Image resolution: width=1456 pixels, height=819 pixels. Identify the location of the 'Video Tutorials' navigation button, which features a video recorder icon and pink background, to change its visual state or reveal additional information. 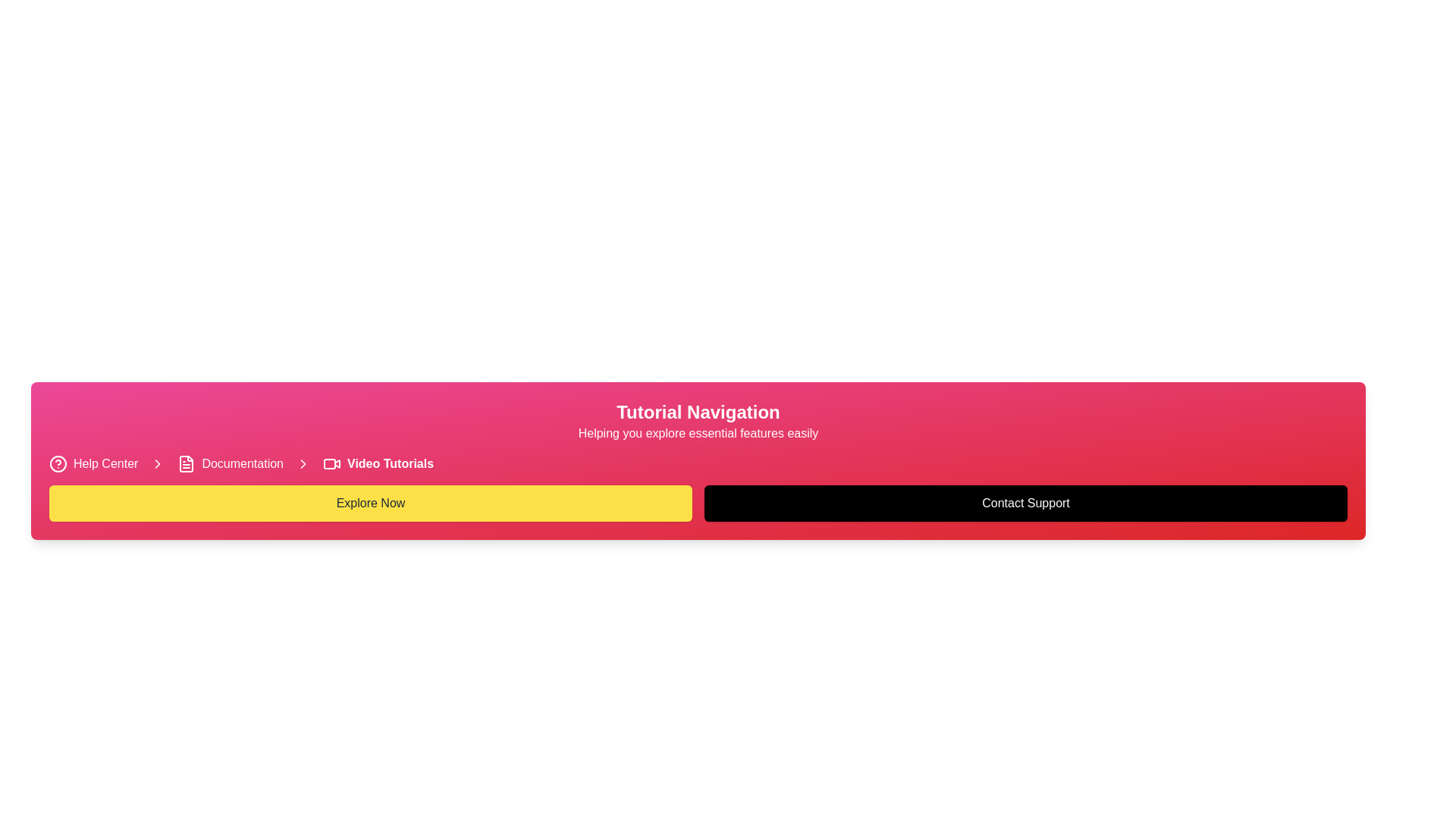
(378, 463).